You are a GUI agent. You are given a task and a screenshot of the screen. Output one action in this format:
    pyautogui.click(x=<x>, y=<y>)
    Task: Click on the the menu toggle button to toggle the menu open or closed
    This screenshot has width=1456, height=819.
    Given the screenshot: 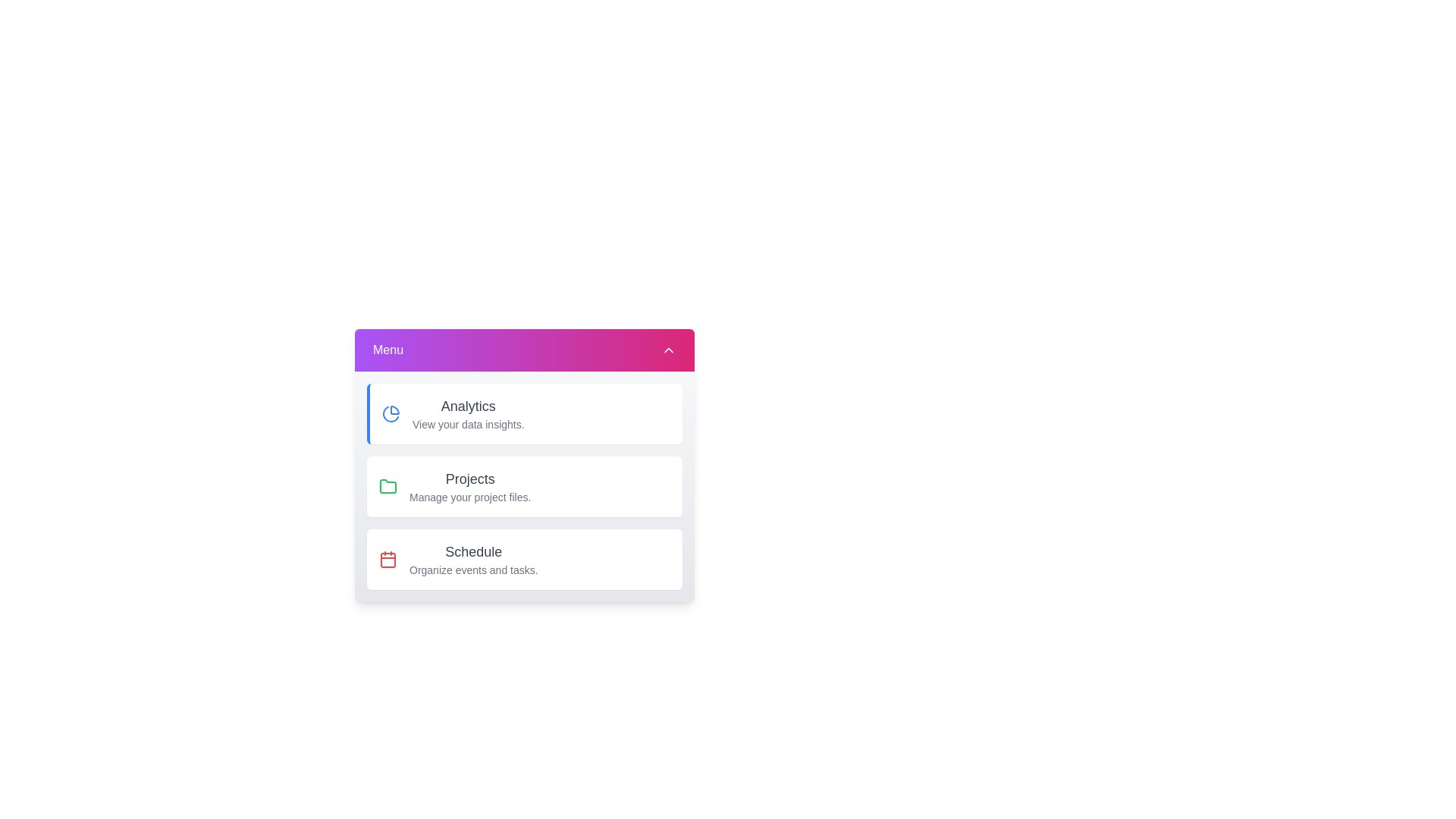 What is the action you would take?
    pyautogui.click(x=524, y=350)
    